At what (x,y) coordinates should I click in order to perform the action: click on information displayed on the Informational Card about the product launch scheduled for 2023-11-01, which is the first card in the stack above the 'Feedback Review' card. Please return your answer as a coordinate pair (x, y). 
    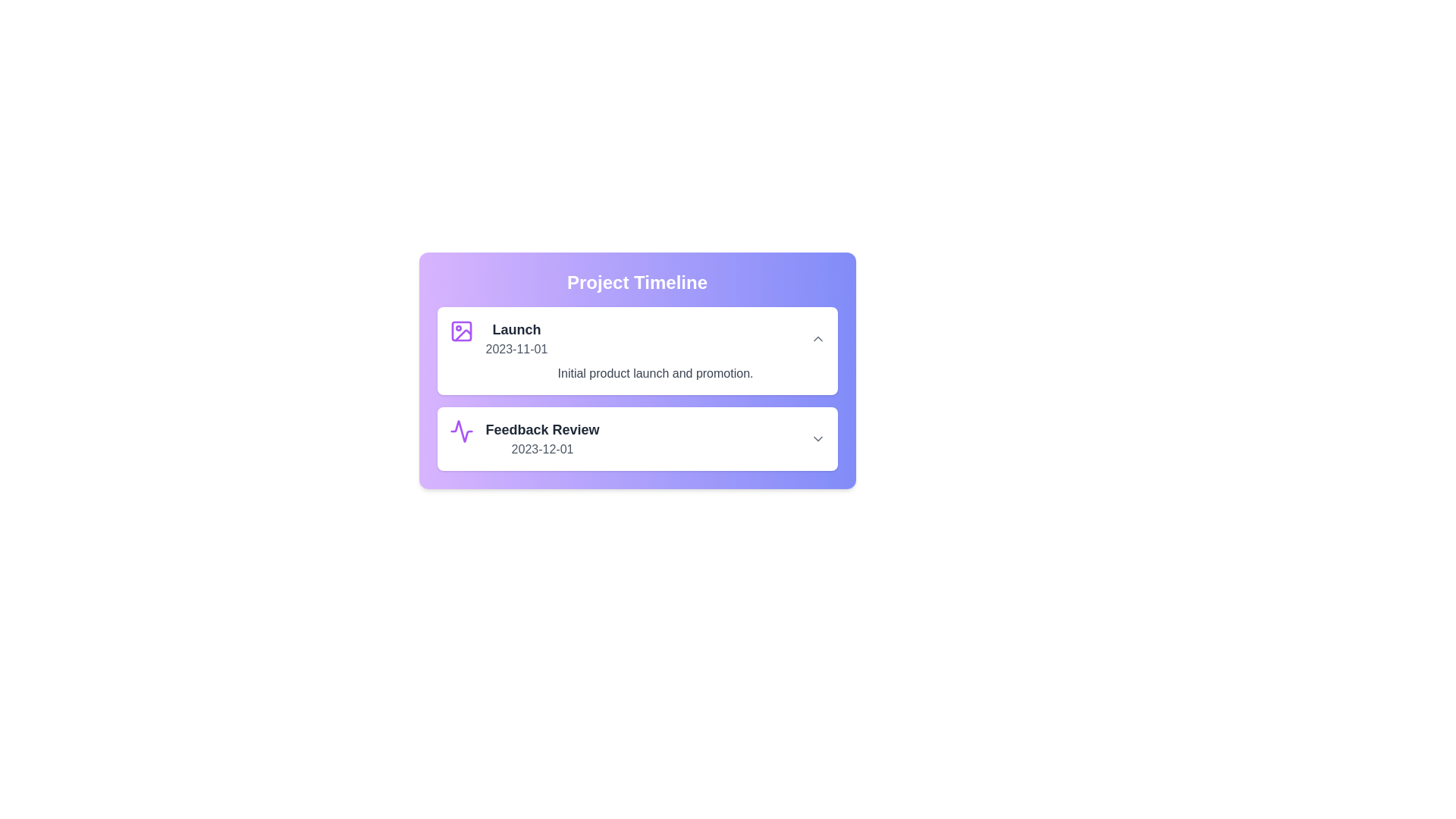
    Looking at the image, I should click on (637, 350).